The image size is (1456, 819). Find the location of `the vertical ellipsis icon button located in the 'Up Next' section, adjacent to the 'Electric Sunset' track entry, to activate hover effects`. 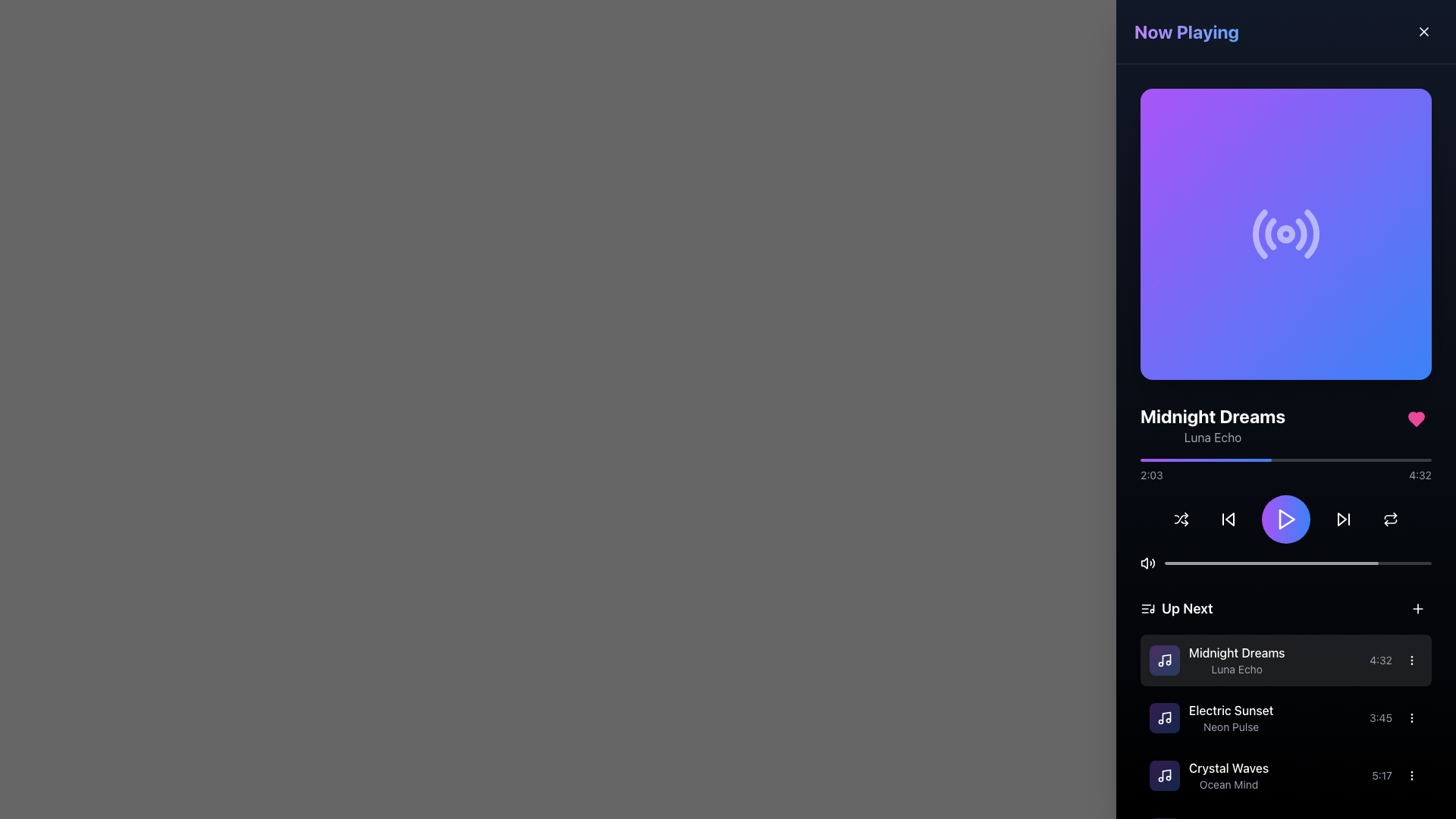

the vertical ellipsis icon button located in the 'Up Next' section, adjacent to the 'Electric Sunset' track entry, to activate hover effects is located at coordinates (1411, 717).